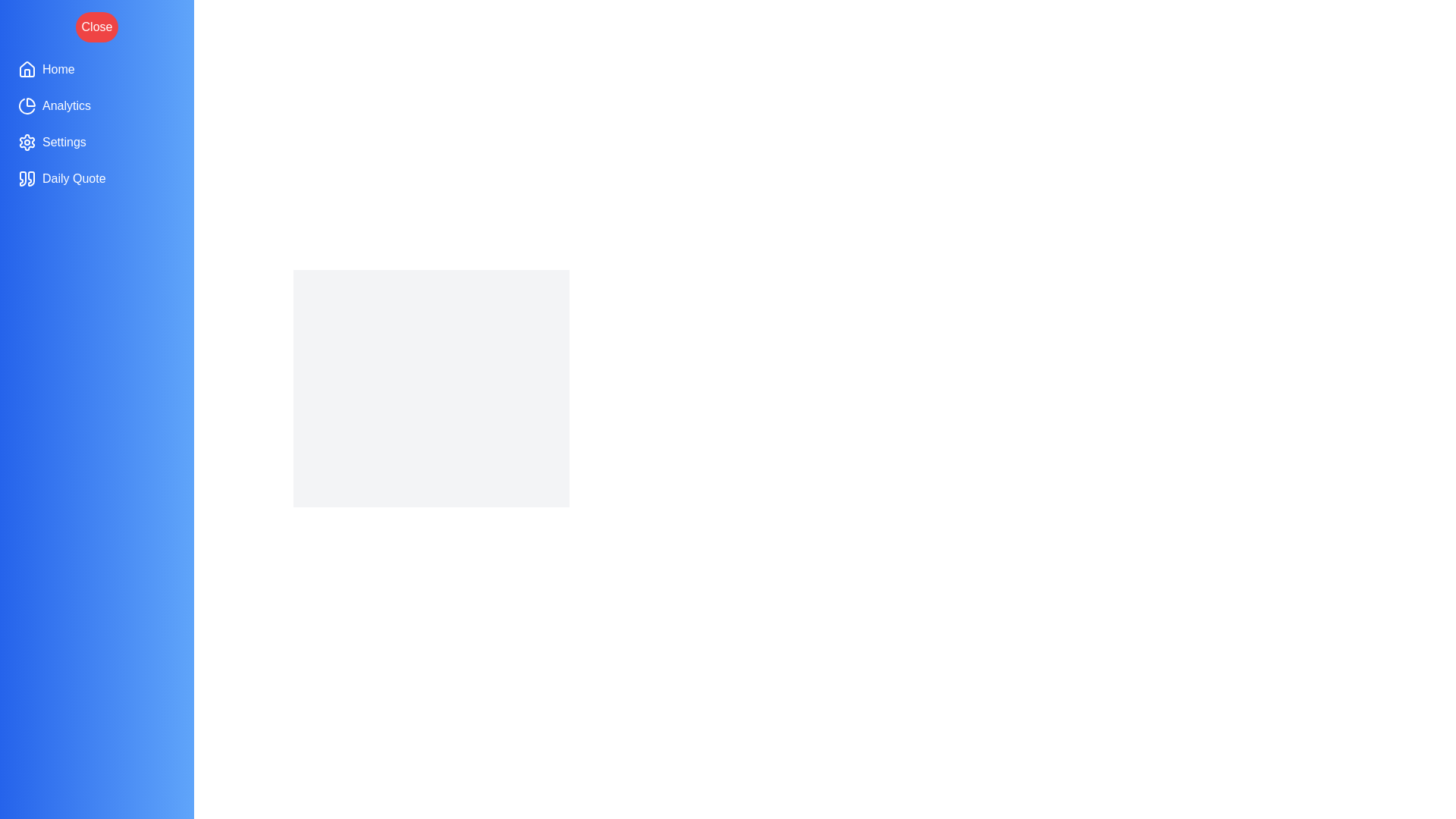  What do you see at coordinates (96, 177) in the screenshot?
I see `the menu item labeled Daily Quote` at bounding box center [96, 177].